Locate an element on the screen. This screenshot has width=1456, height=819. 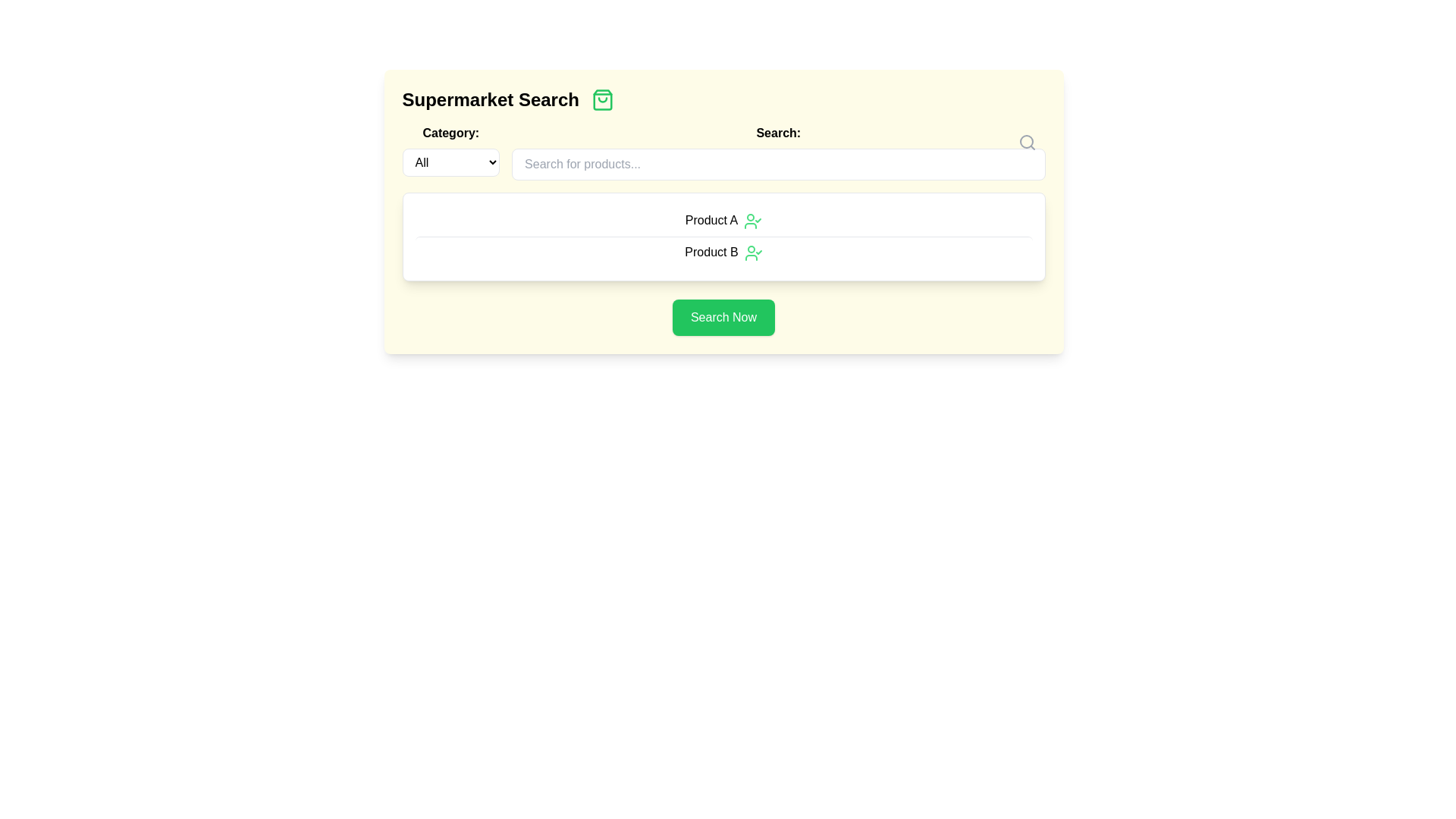
the shopping icon located to the right of the 'Supermarket Search' title in the header of the interface is located at coordinates (601, 99).